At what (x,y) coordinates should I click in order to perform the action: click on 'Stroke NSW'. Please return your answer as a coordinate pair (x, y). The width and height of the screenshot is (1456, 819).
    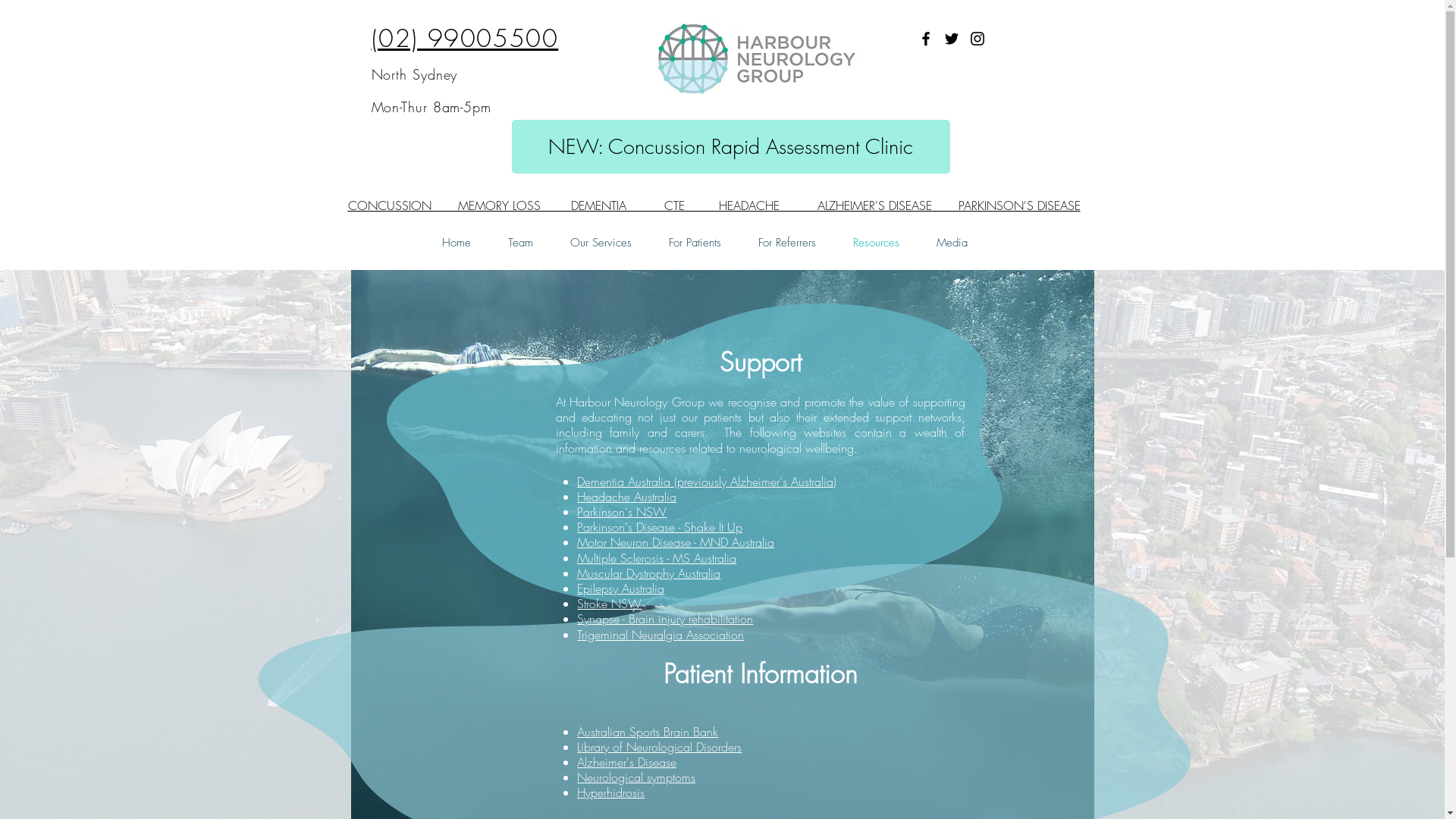
    Looking at the image, I should click on (609, 602).